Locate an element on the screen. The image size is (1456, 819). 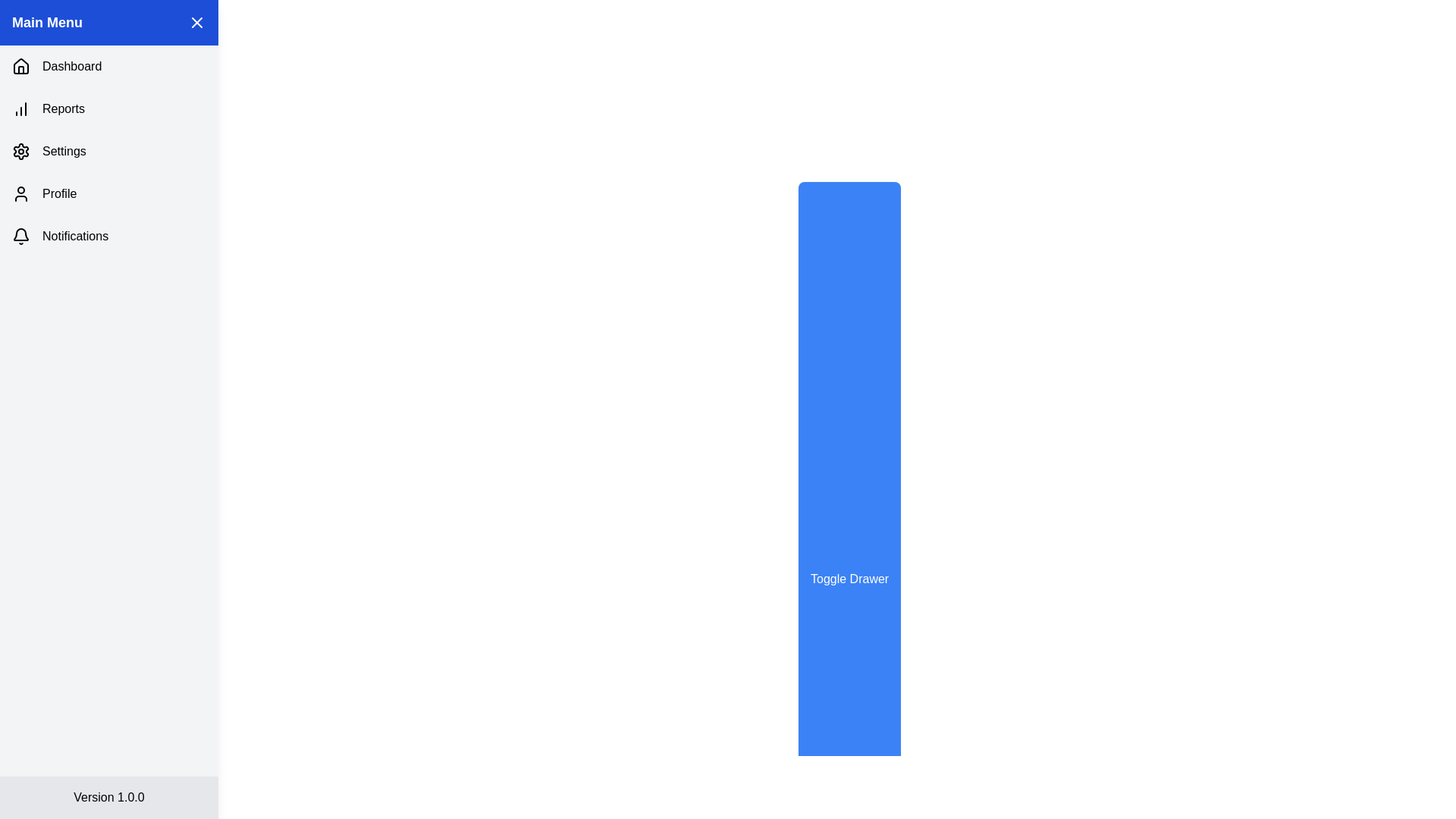
the 'Profile' icon located to the left of the 'Profile' text in the navigation menu is located at coordinates (21, 193).